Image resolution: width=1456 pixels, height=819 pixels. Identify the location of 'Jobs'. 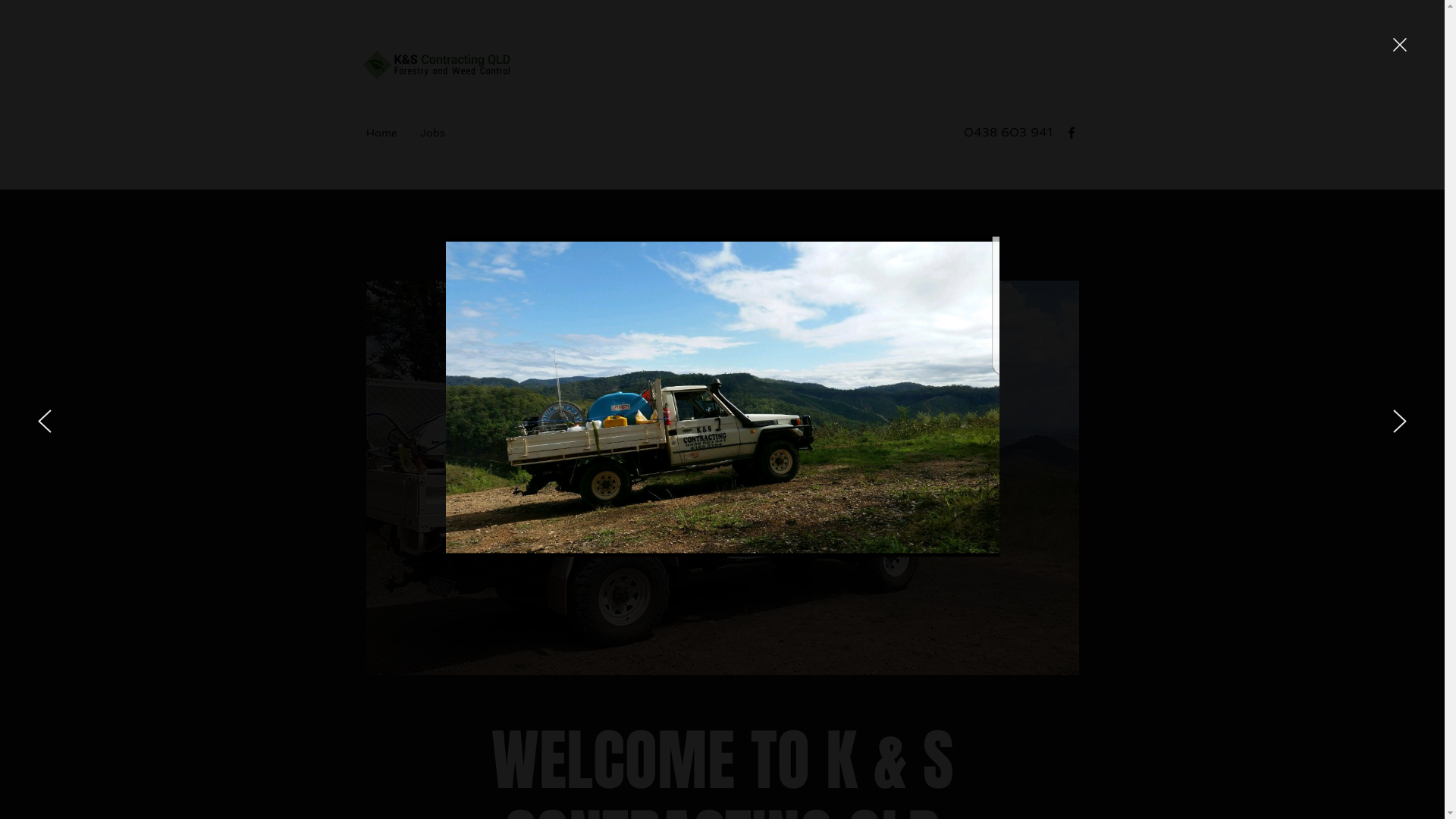
(431, 131).